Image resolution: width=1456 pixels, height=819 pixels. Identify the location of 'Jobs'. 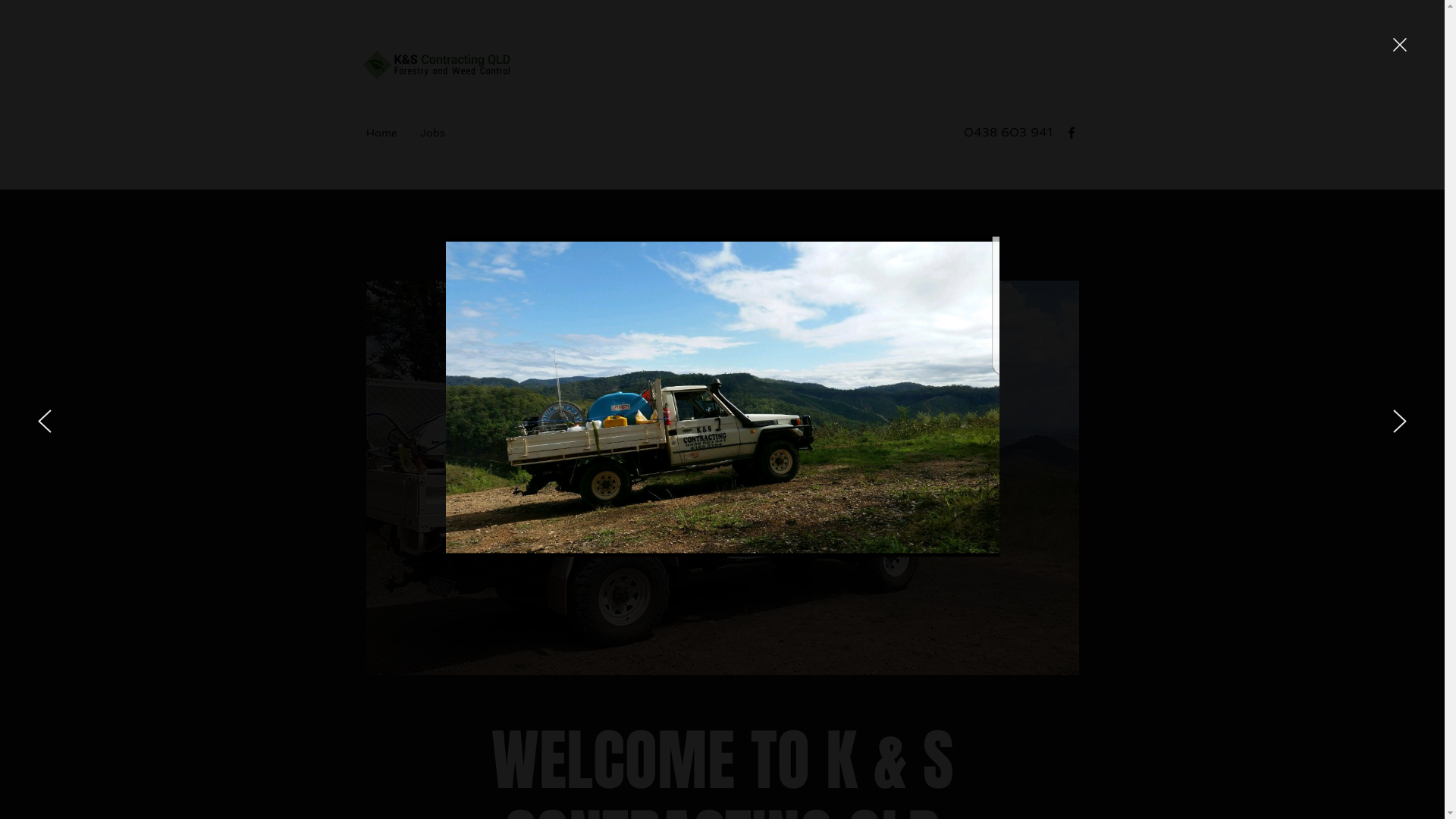
(431, 131).